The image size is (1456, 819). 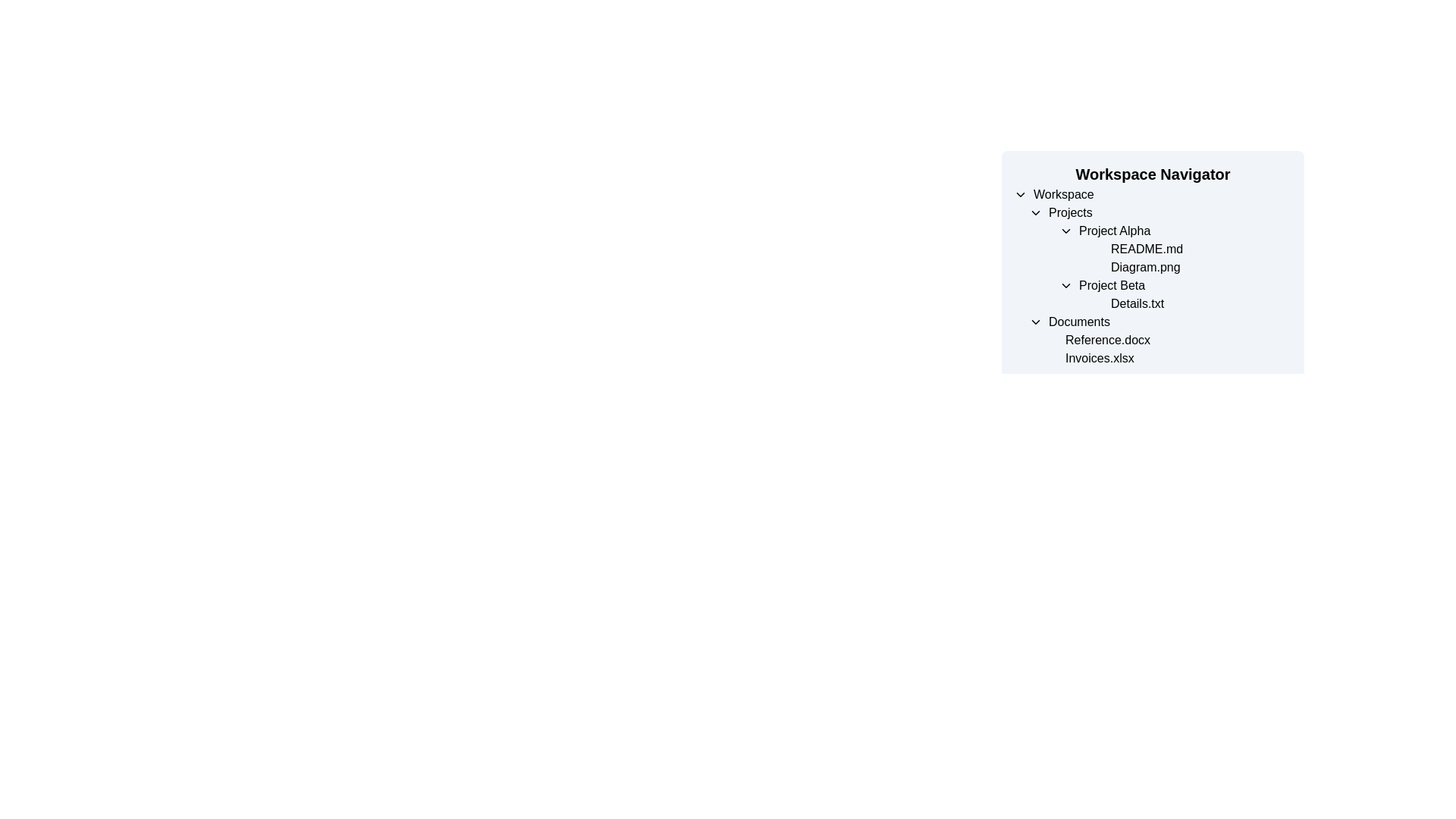 I want to click on the text label displaying 'Diagram.png' located in the third row of the 'Projects' category under 'Project Alpha' in the workspace navigation panel, so click(x=1175, y=267).